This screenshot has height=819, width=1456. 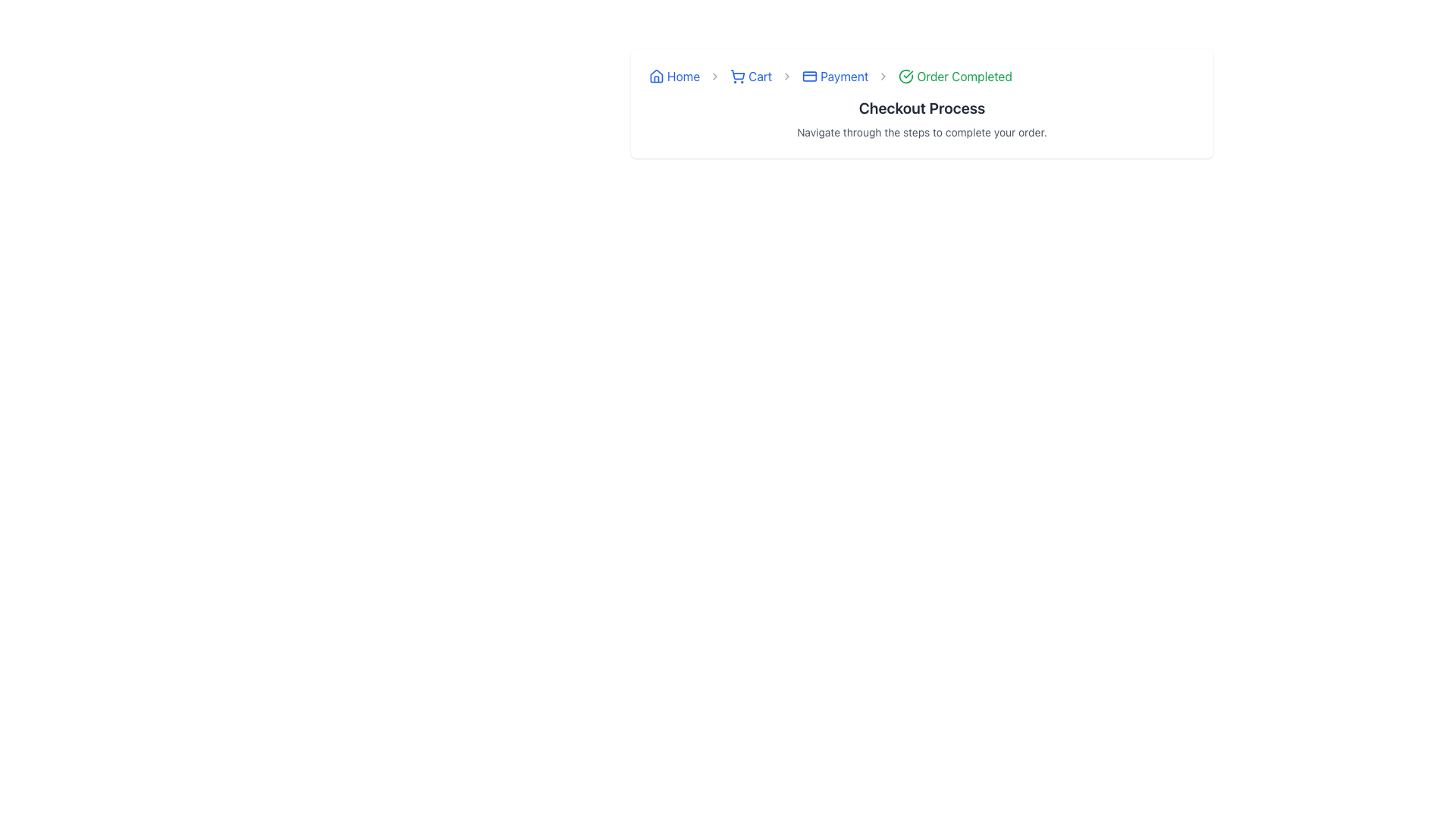 What do you see at coordinates (921, 107) in the screenshot?
I see `the 'Checkout Process' textual header styled with a large font size and bold weight, located at the top center of its card-like section` at bounding box center [921, 107].